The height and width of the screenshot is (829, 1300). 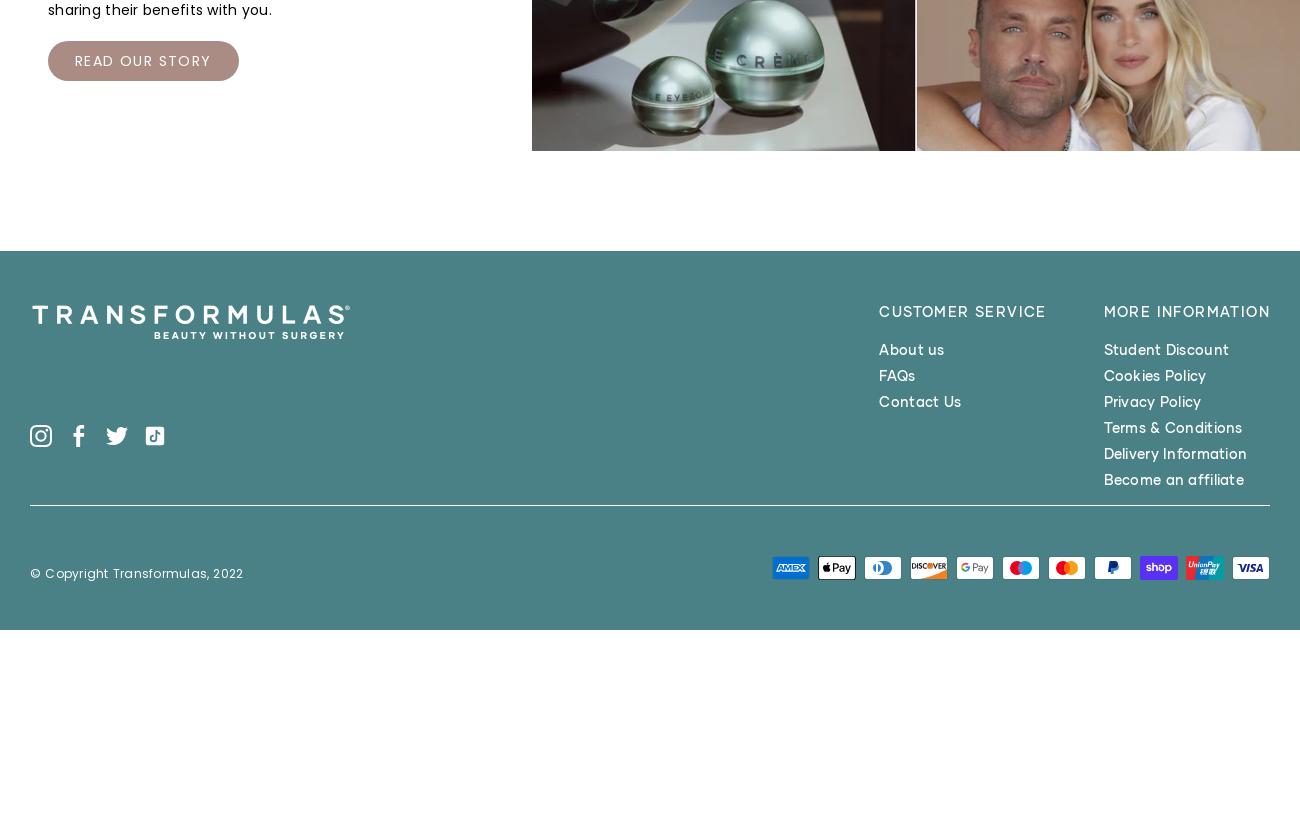 What do you see at coordinates (142, 60) in the screenshot?
I see `'READ OUR STORY'` at bounding box center [142, 60].